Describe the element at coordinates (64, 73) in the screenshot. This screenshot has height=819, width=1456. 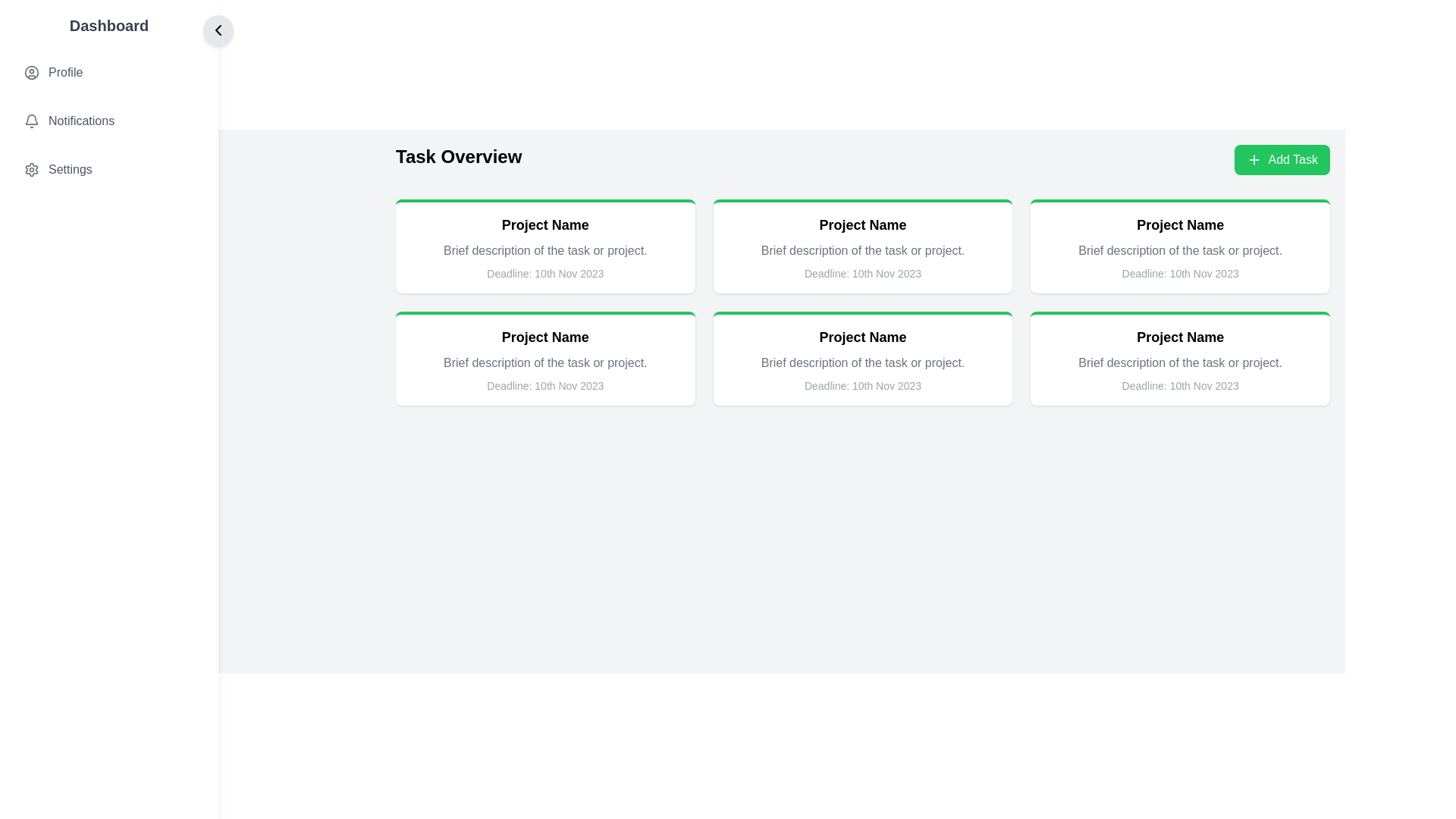
I see `the 'Profile' text label in the vertical navigation menu` at that location.